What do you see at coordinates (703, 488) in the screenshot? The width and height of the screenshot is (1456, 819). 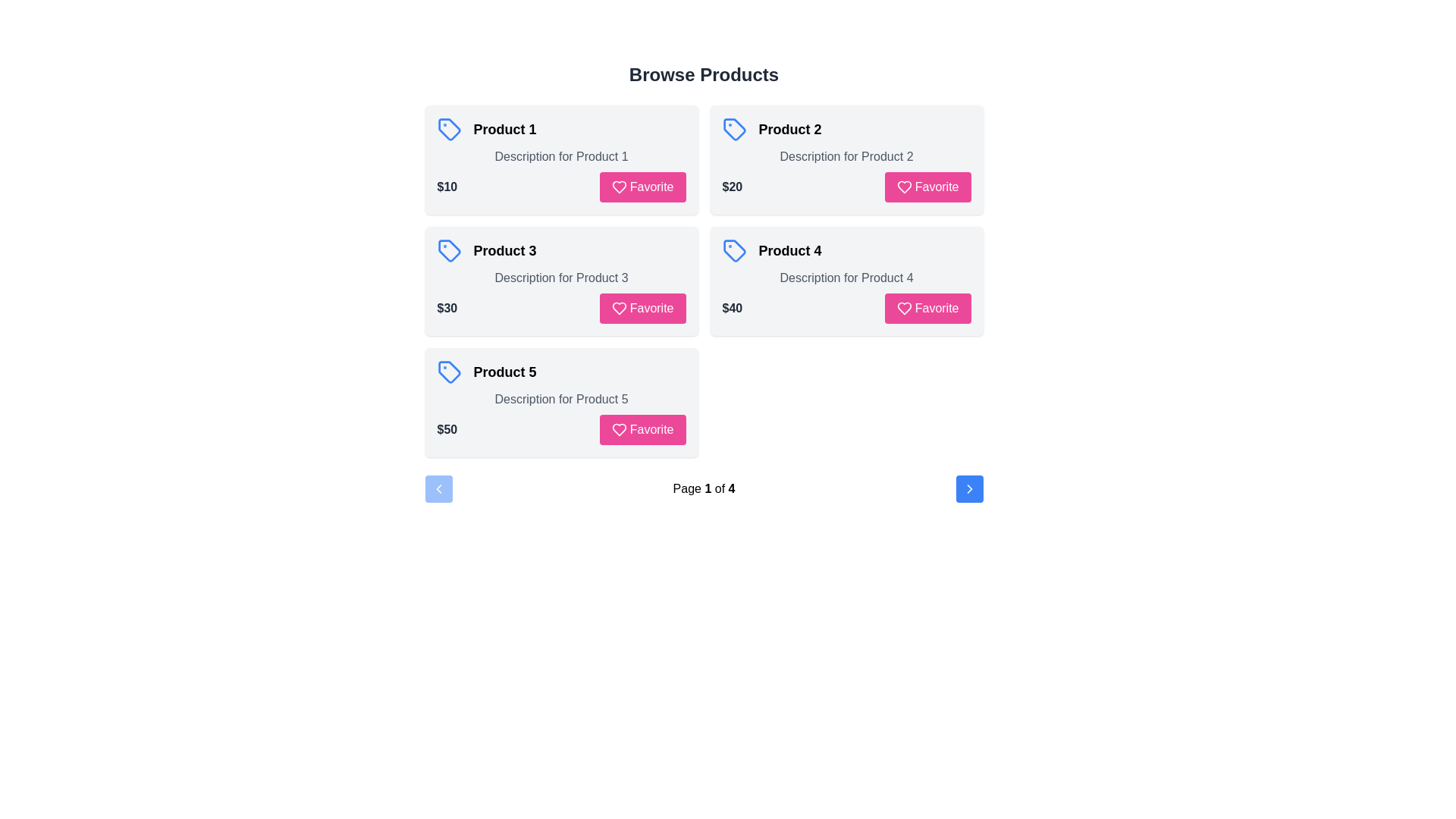 I see `the text display component showing 'Page 1 of 4', which is located at the bottom of the interface between two navigation buttons` at bounding box center [703, 488].